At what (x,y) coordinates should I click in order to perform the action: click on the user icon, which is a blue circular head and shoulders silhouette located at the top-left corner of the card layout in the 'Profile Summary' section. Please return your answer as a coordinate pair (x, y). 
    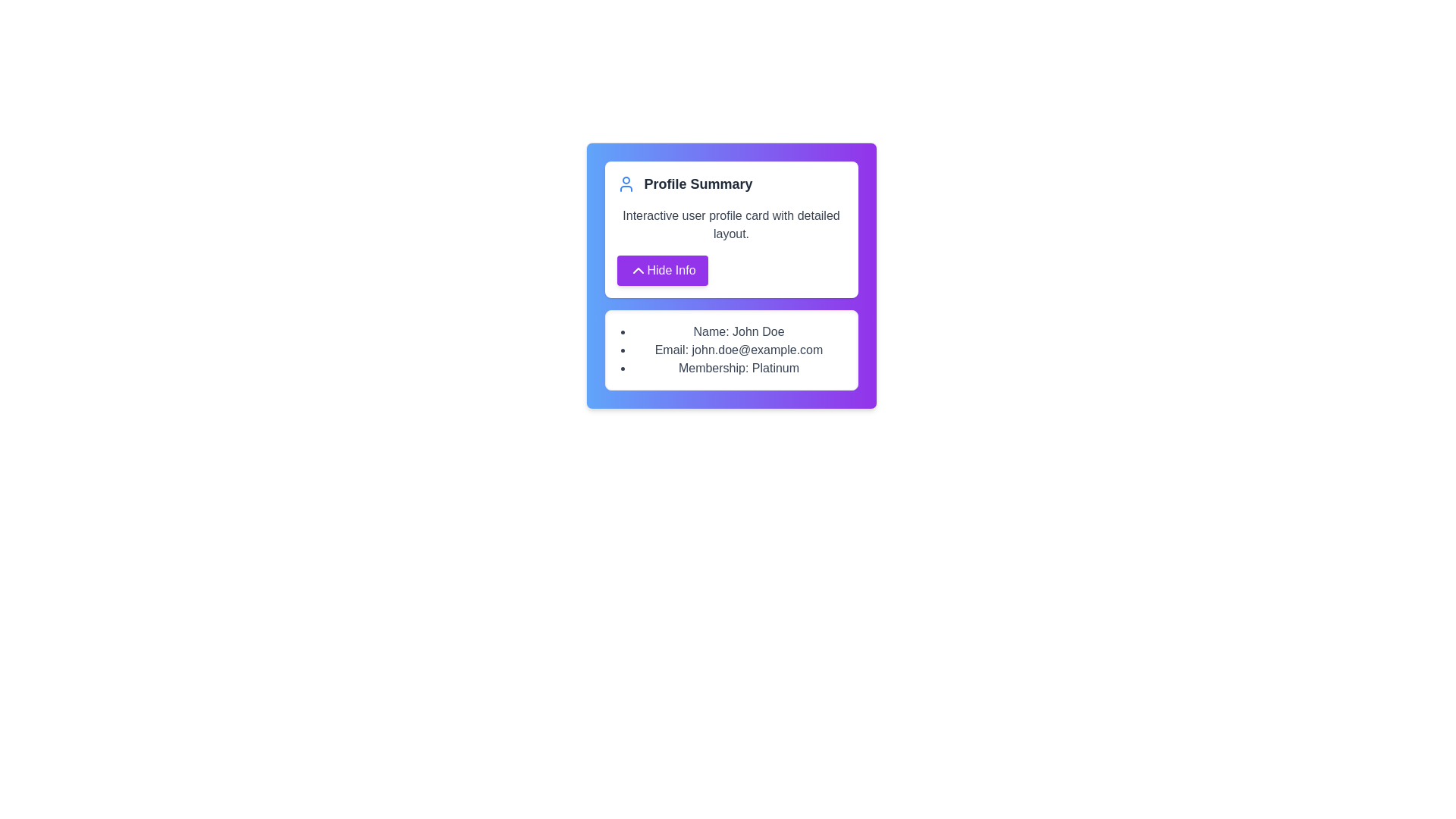
    Looking at the image, I should click on (626, 184).